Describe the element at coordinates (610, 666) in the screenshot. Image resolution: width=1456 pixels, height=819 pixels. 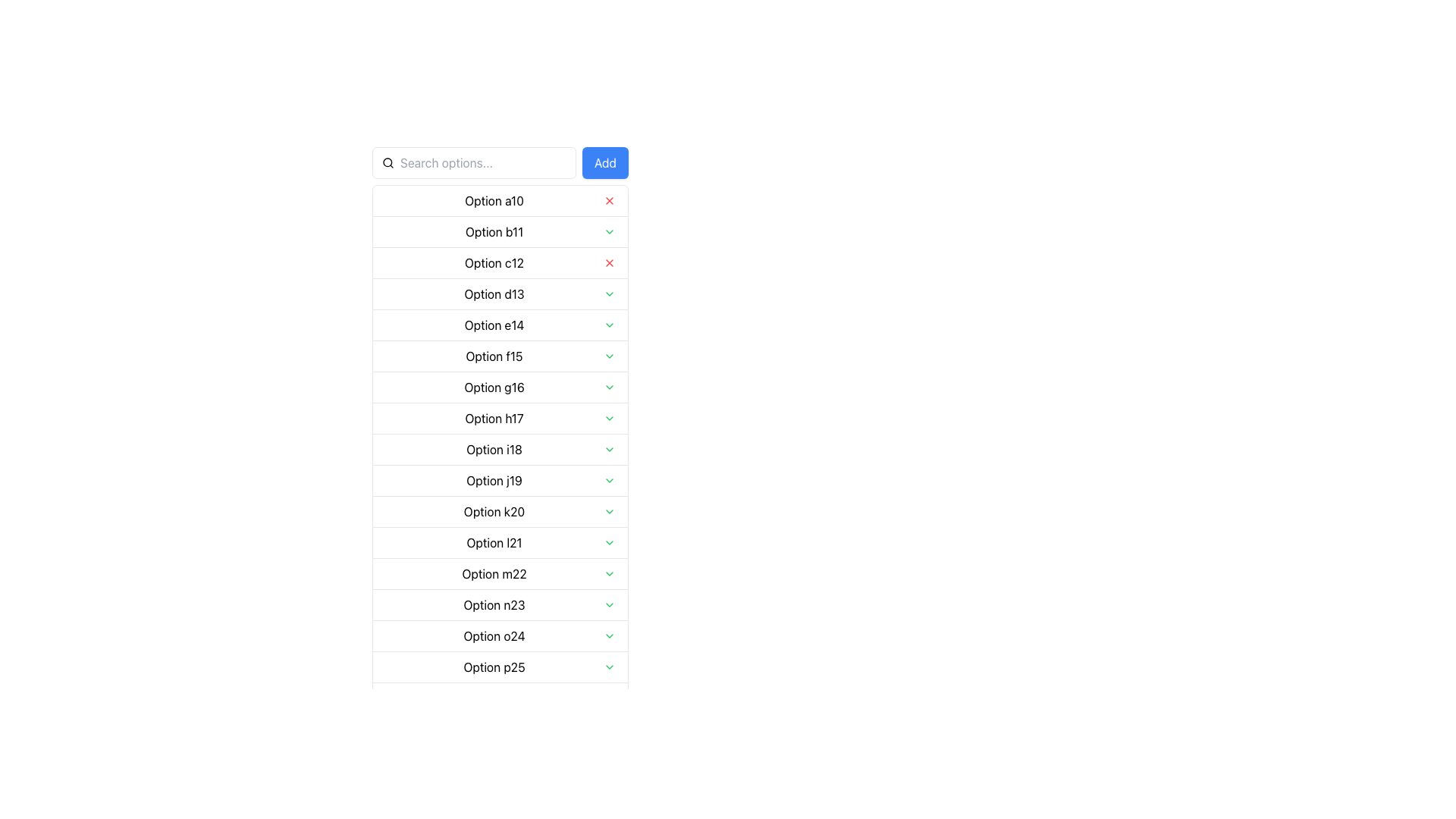
I see `the chevron-down icon associated with 'Option p25'` at that location.